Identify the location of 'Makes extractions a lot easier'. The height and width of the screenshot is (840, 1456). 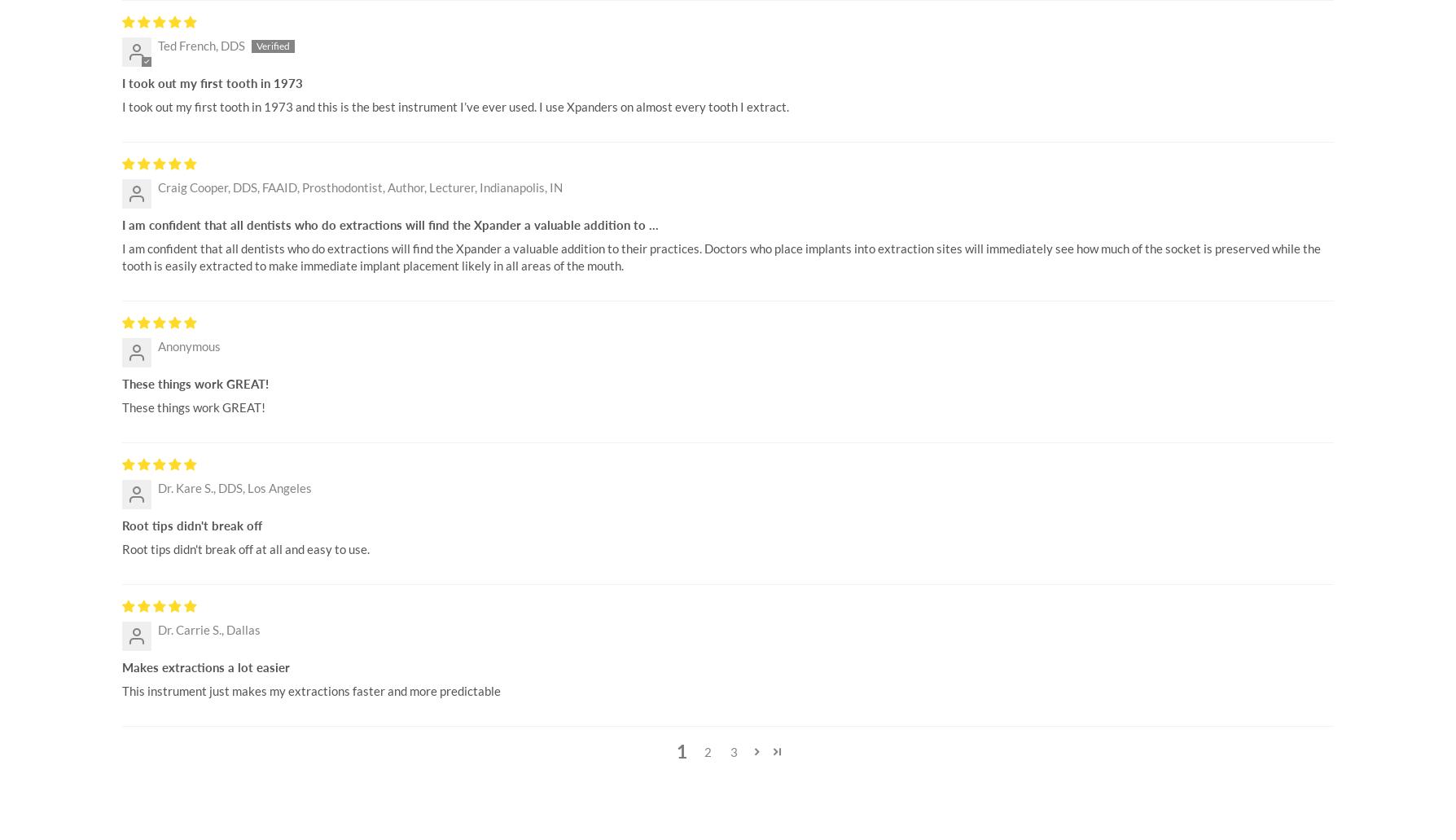
(205, 666).